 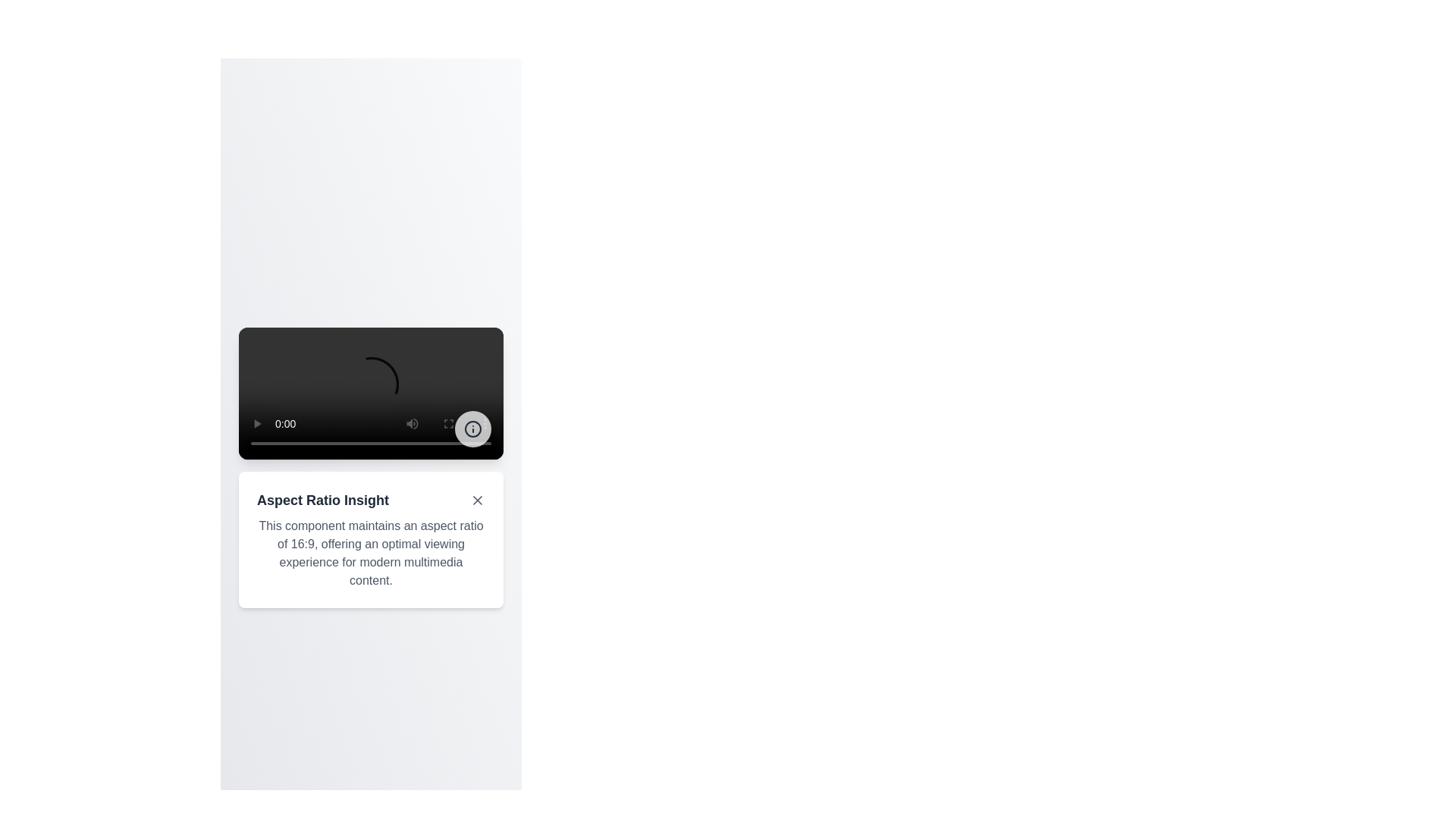 What do you see at coordinates (472, 429) in the screenshot?
I see `the circular icon with an 'i' symbol inside, located at the bottom-right corner of the interface` at bounding box center [472, 429].